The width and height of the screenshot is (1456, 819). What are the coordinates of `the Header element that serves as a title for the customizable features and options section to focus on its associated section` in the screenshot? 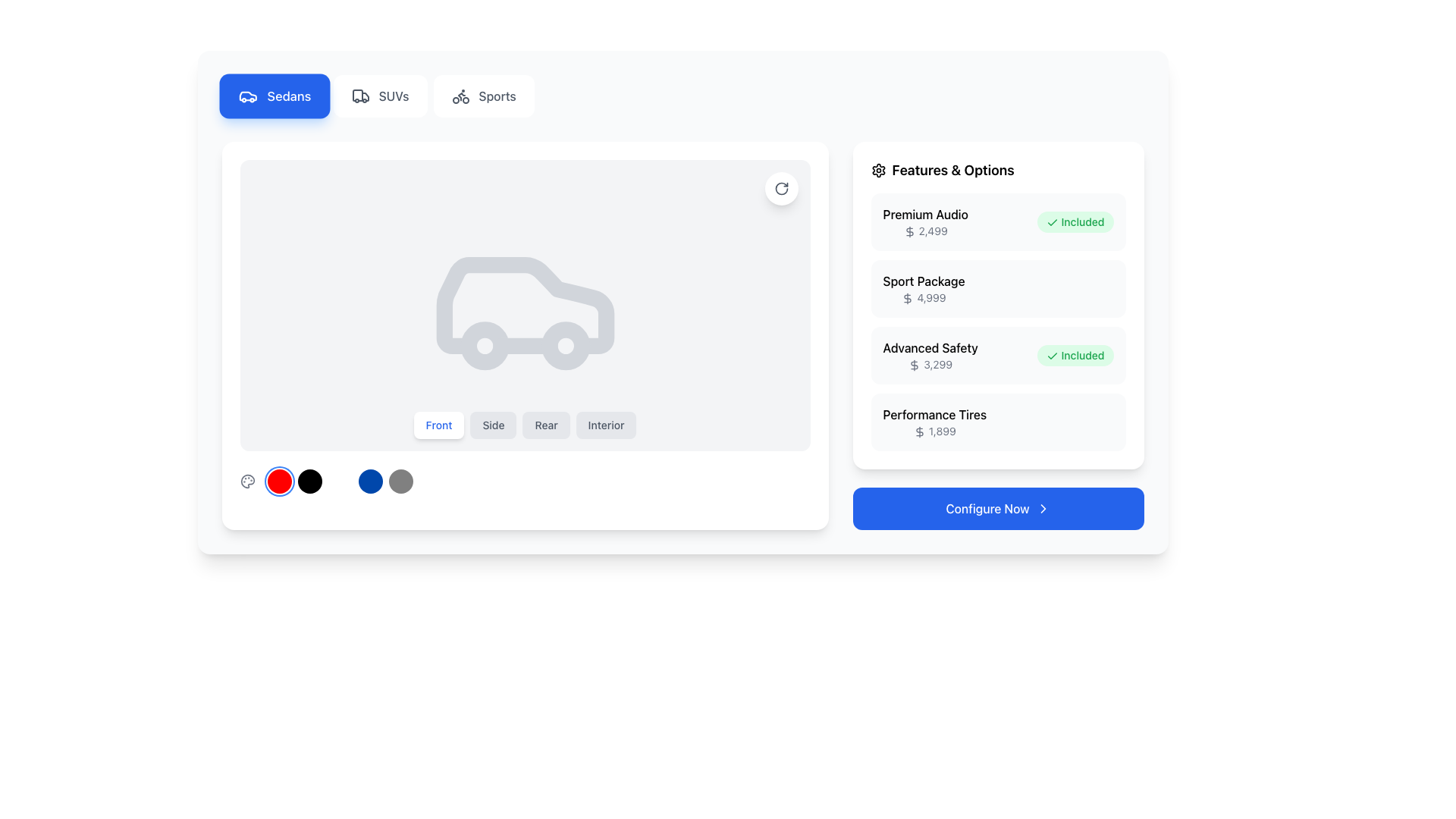 It's located at (998, 170).